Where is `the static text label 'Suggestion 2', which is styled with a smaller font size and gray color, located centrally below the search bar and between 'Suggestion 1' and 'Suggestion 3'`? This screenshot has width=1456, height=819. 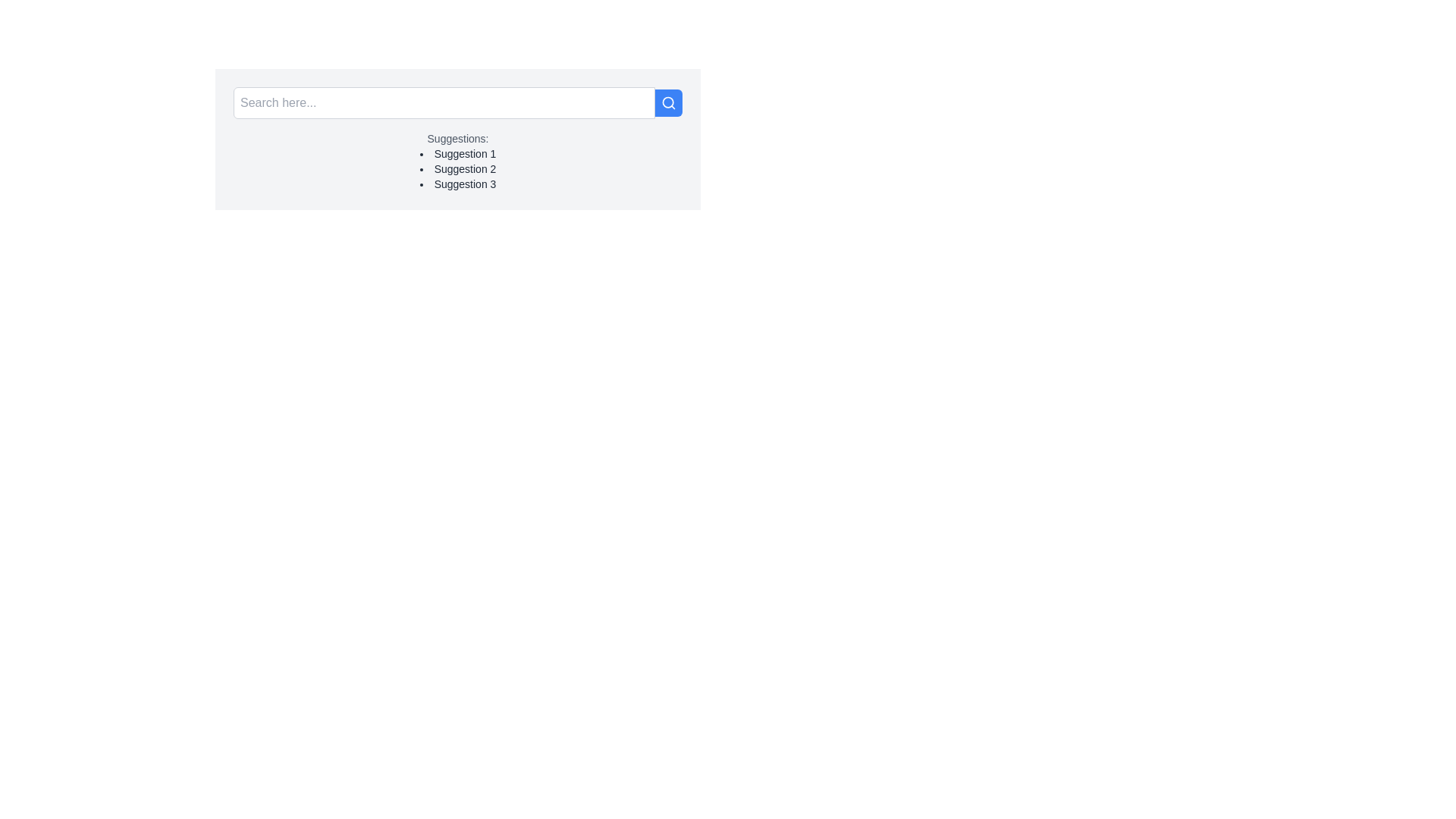
the static text label 'Suggestion 2', which is styled with a smaller font size and gray color, located centrally below the search bar and between 'Suggestion 1' and 'Suggestion 3' is located at coordinates (457, 169).